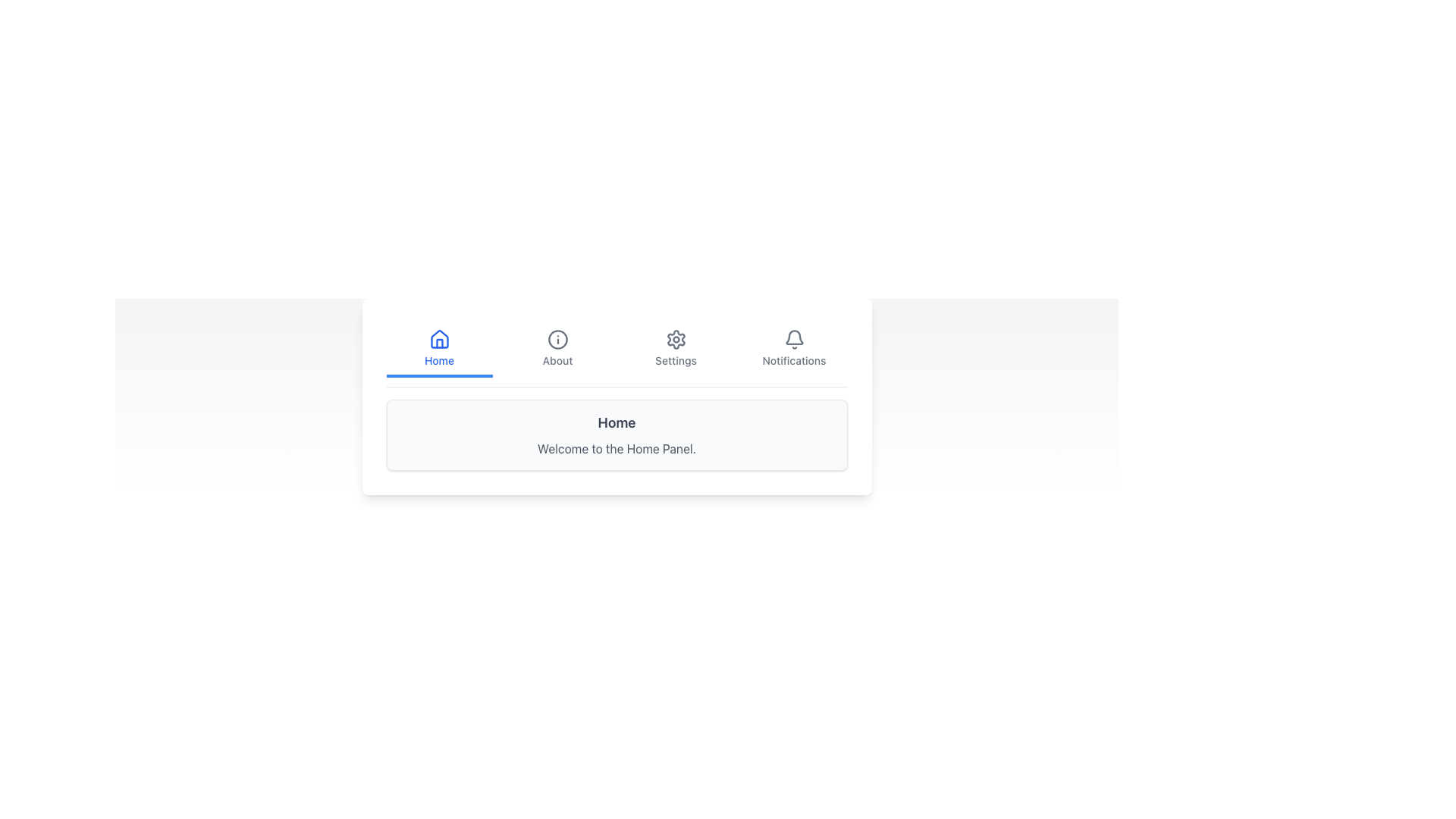  I want to click on the gear-shaped icon on the navigation bar, positioned above the 'Settings' text, so click(675, 338).